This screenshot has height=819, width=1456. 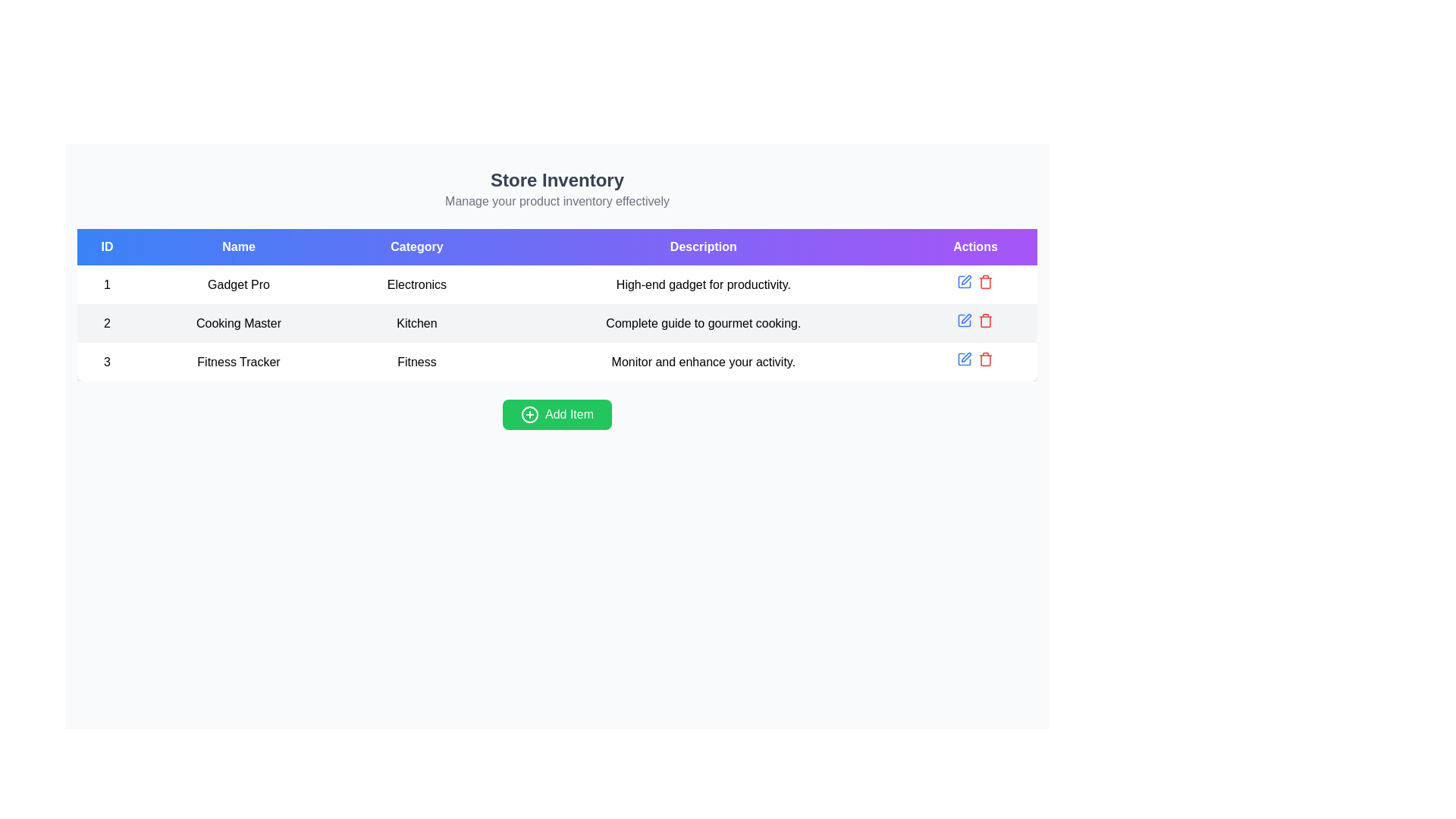 What do you see at coordinates (238, 284) in the screenshot?
I see `the text display element that shows 'Gadget Pro', located in the second column of the first row of the table, positioned between '1' and 'Electronics'` at bounding box center [238, 284].